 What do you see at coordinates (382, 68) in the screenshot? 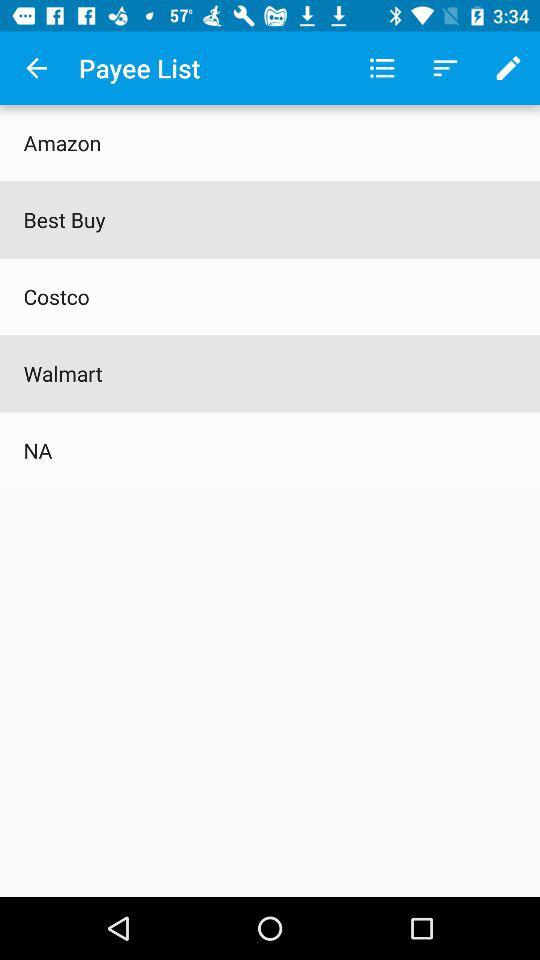
I see `app to the right of payee list icon` at bounding box center [382, 68].